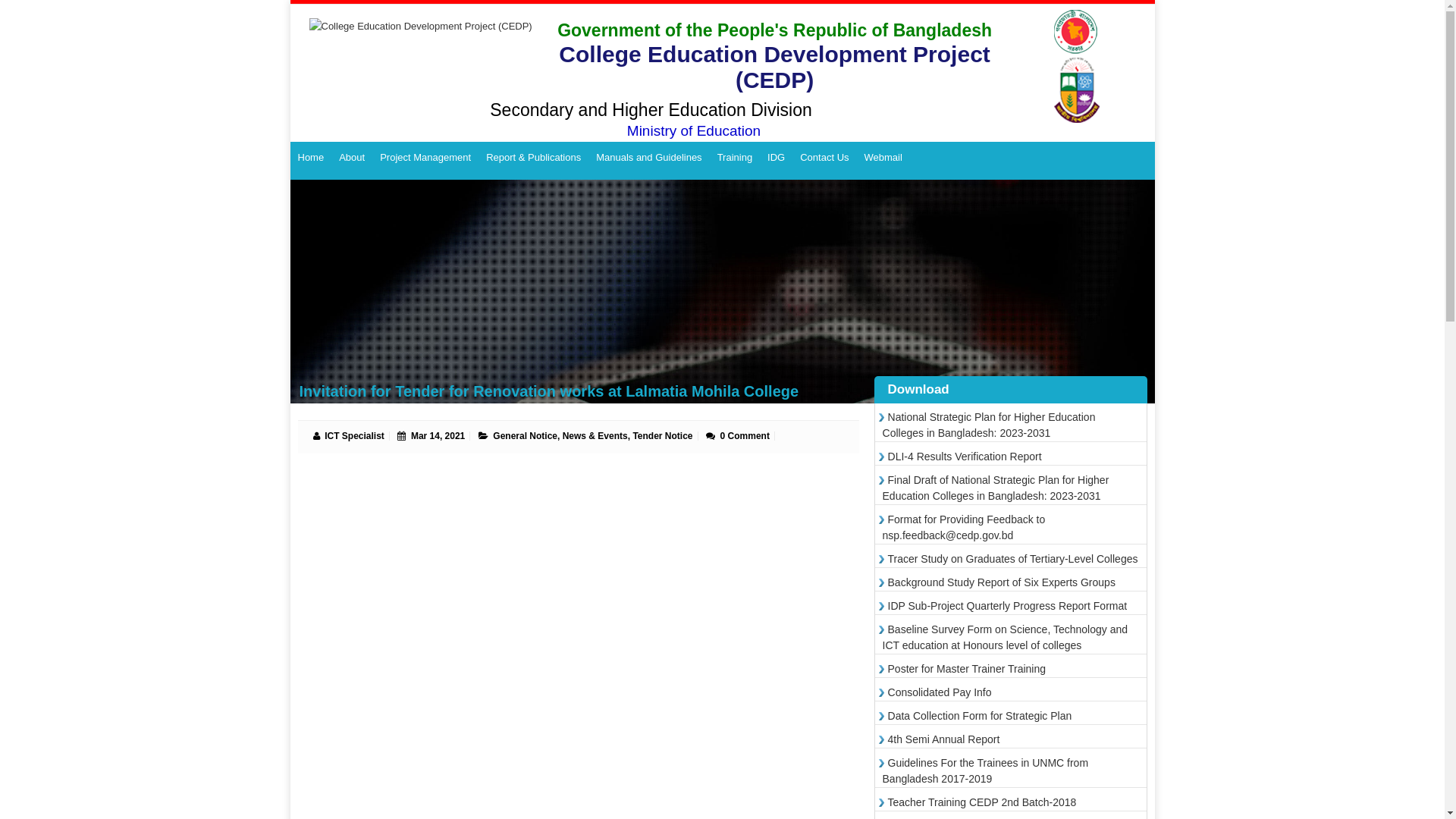 Image resolution: width=1456 pixels, height=819 pixels. I want to click on 'National University, Bangladesh', so click(1078, 66).